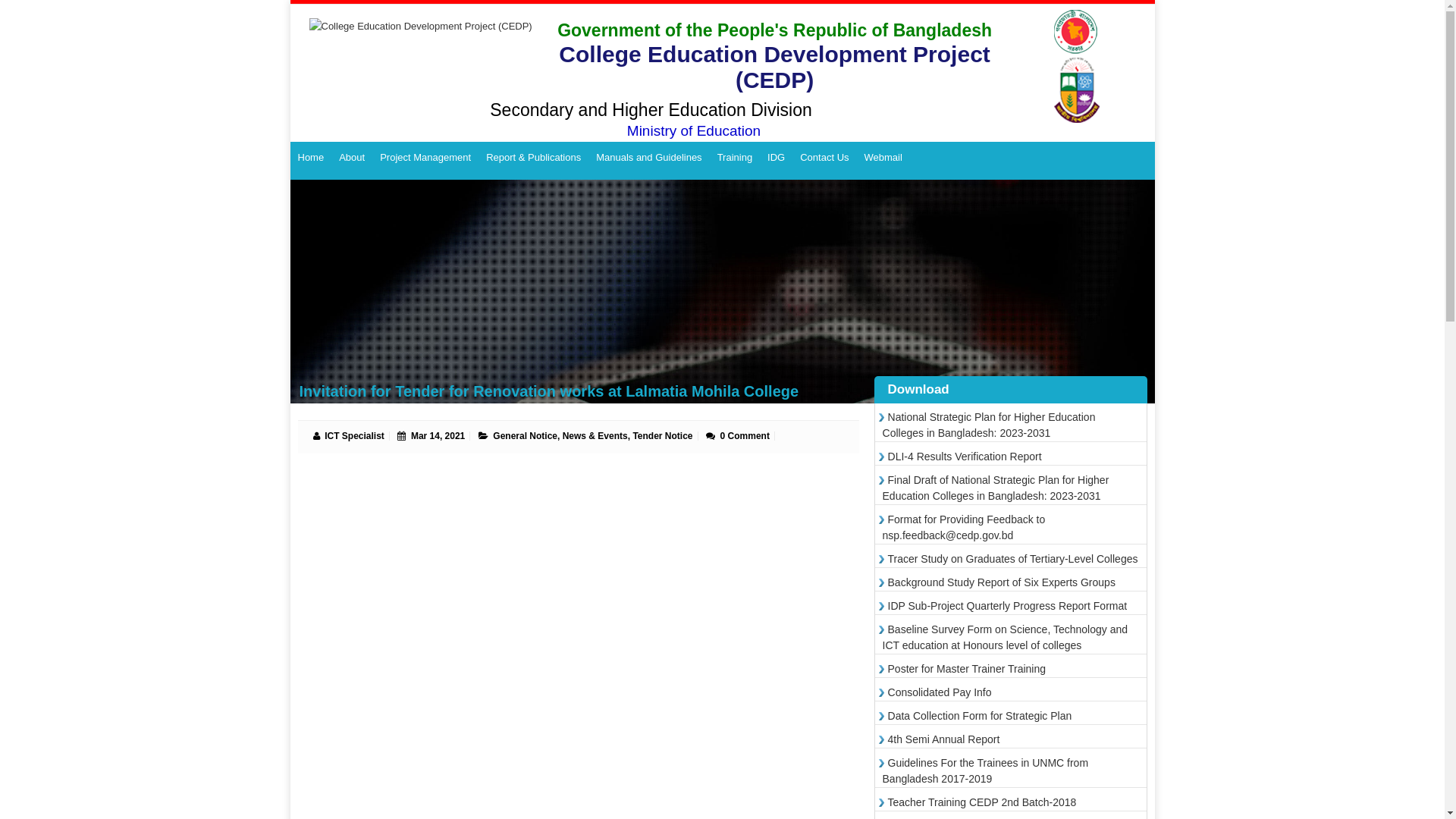 Image resolution: width=1456 pixels, height=819 pixels. I want to click on 'National University, Bangladesh', so click(1078, 66).